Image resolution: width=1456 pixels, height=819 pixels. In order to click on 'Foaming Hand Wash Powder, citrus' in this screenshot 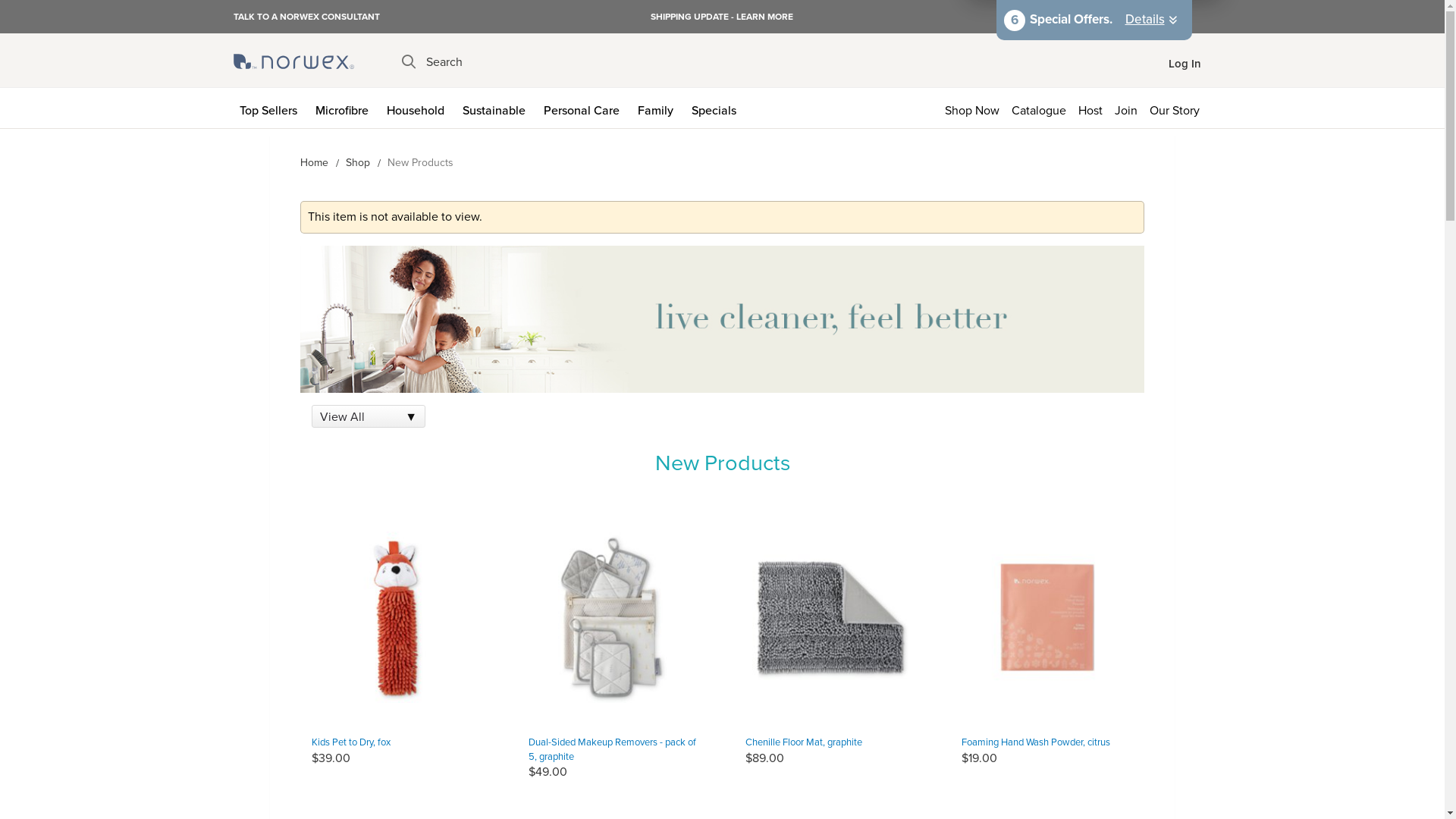, I will do `click(1035, 741)`.